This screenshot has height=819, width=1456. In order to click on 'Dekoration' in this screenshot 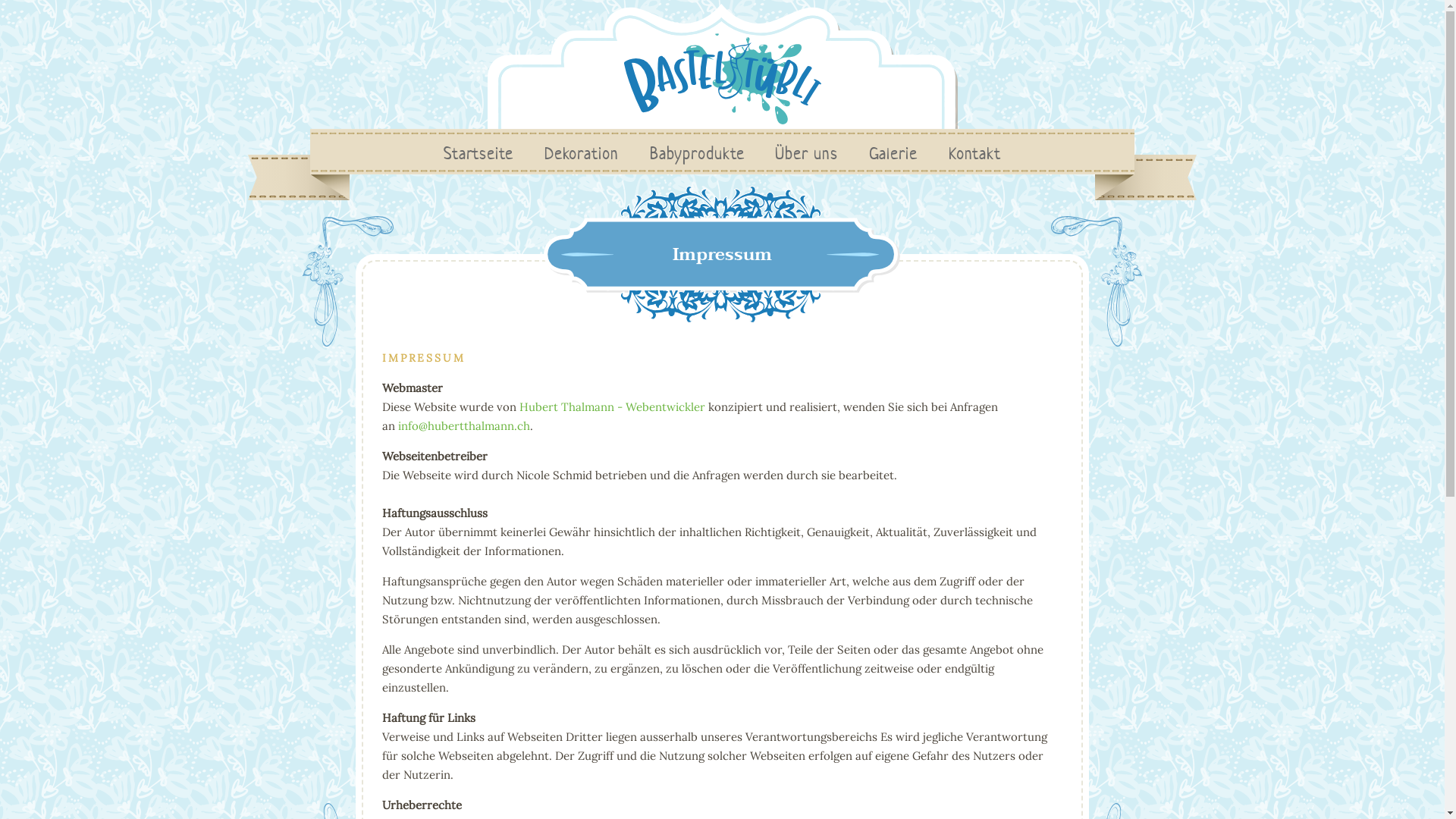, I will do `click(581, 153)`.